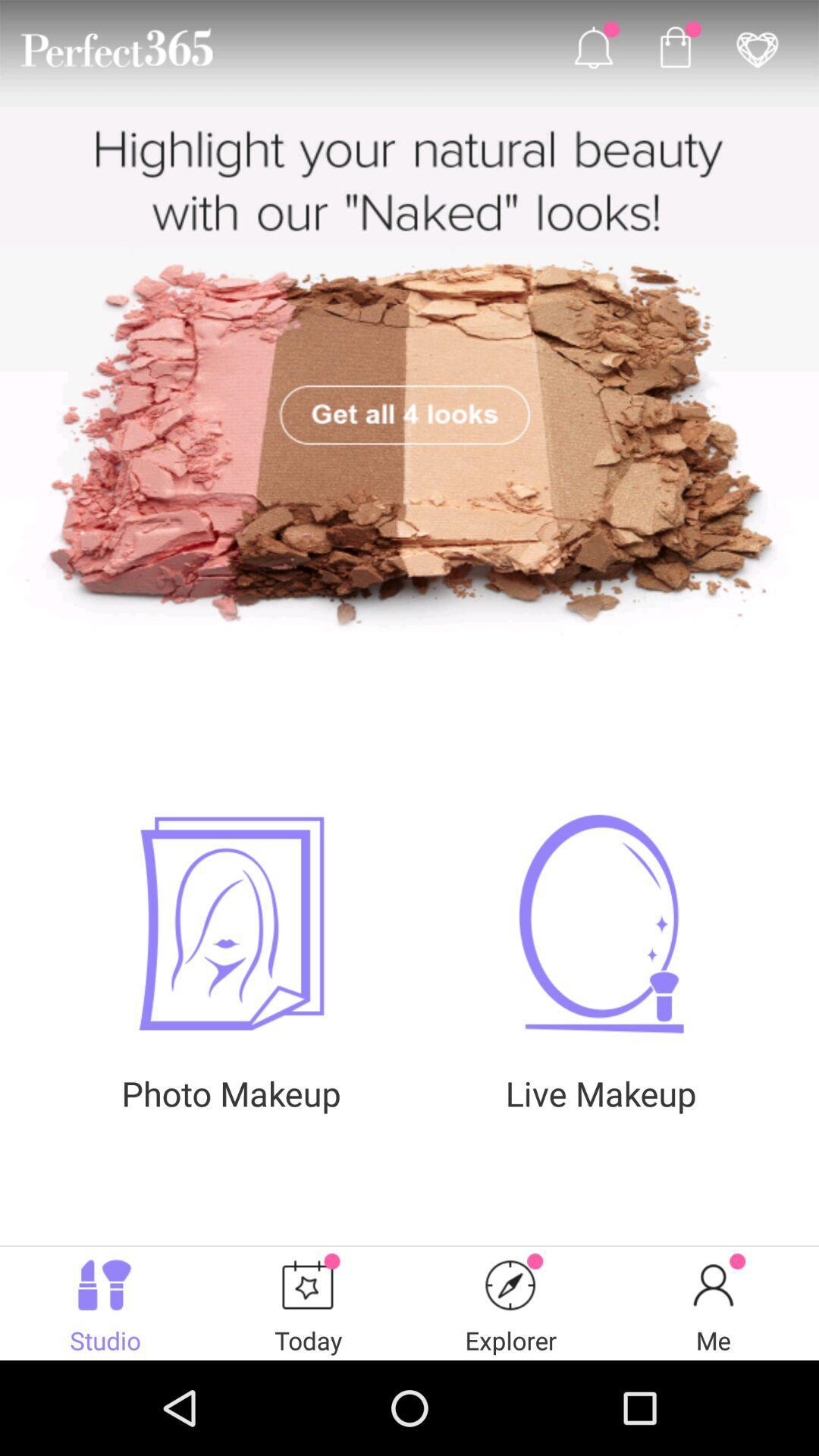 Image resolution: width=819 pixels, height=1456 pixels. I want to click on photo makeup, so click(231, 923).